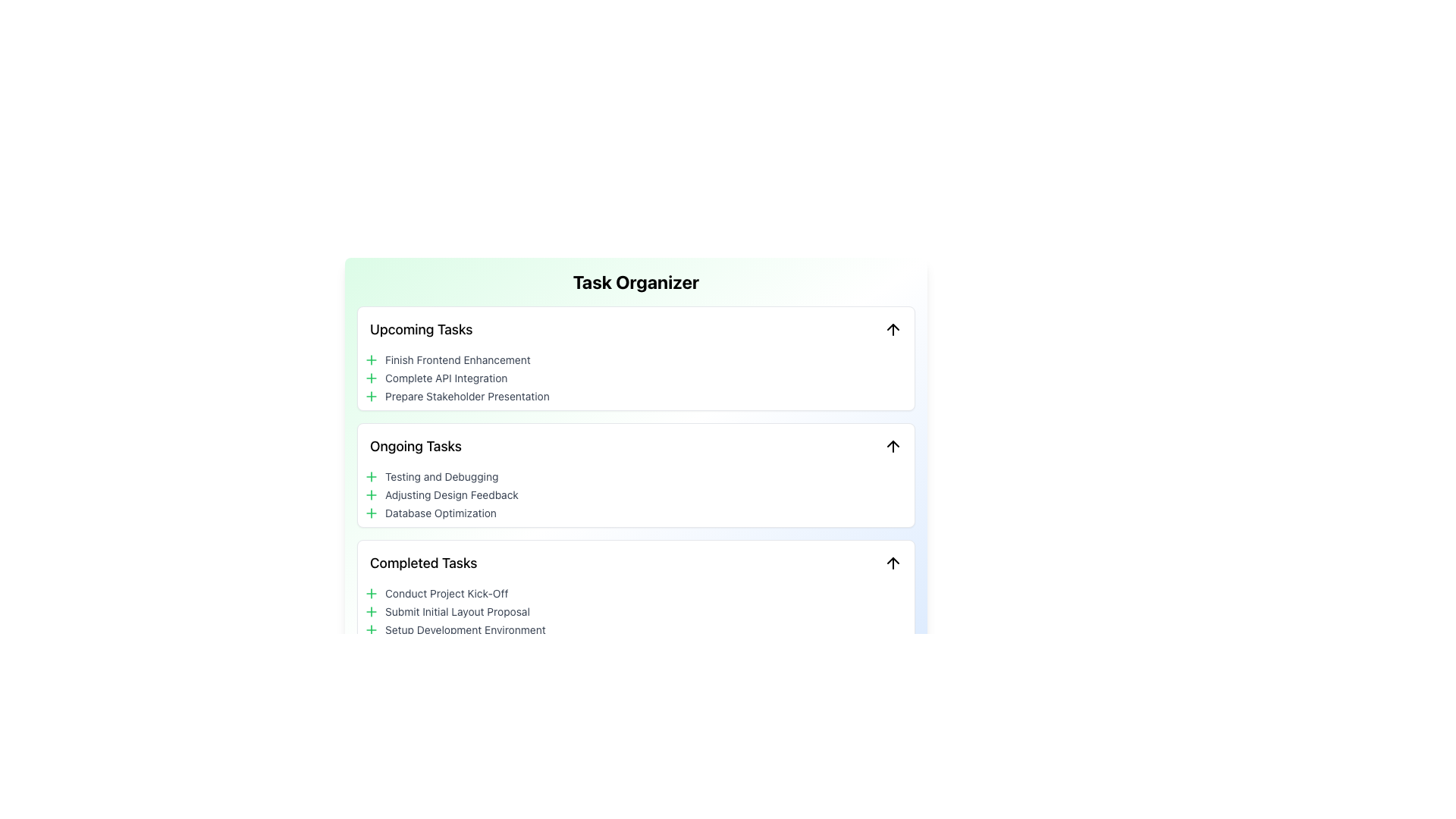 The image size is (1456, 819). Describe the element at coordinates (371, 629) in the screenshot. I see `the button styled as an icon located in the 'Completed Tasks' section, adjacent to the text 'Setup Development Environment'` at that location.